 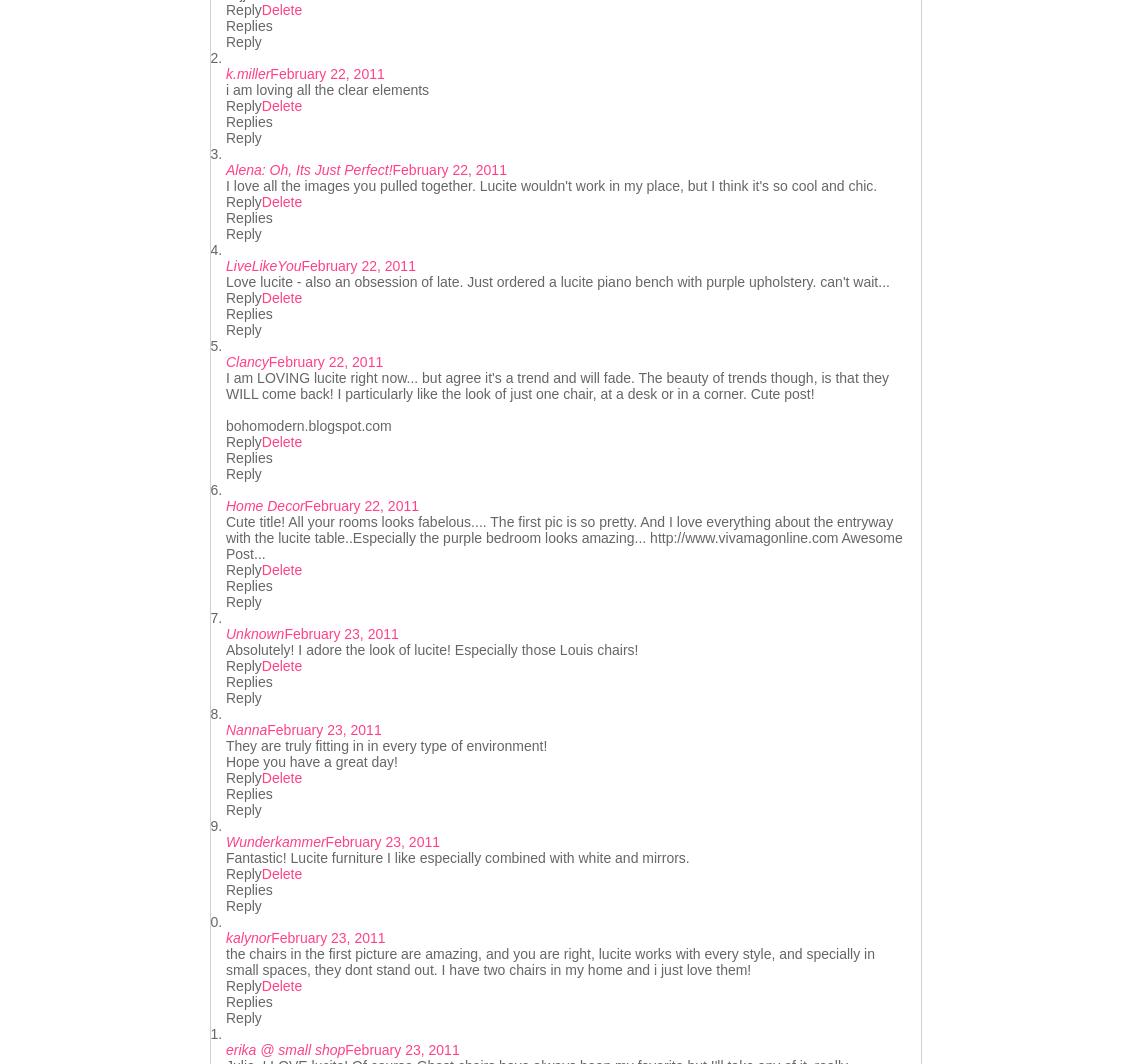 I want to click on 'Hope you have a great day!', so click(x=311, y=762).